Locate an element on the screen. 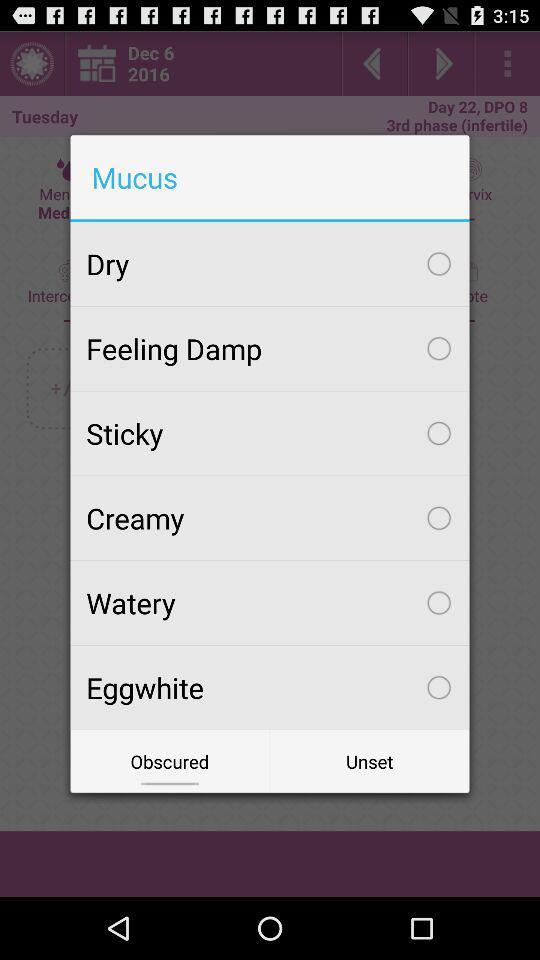 This screenshot has height=960, width=540. item above sticky is located at coordinates (270, 348).